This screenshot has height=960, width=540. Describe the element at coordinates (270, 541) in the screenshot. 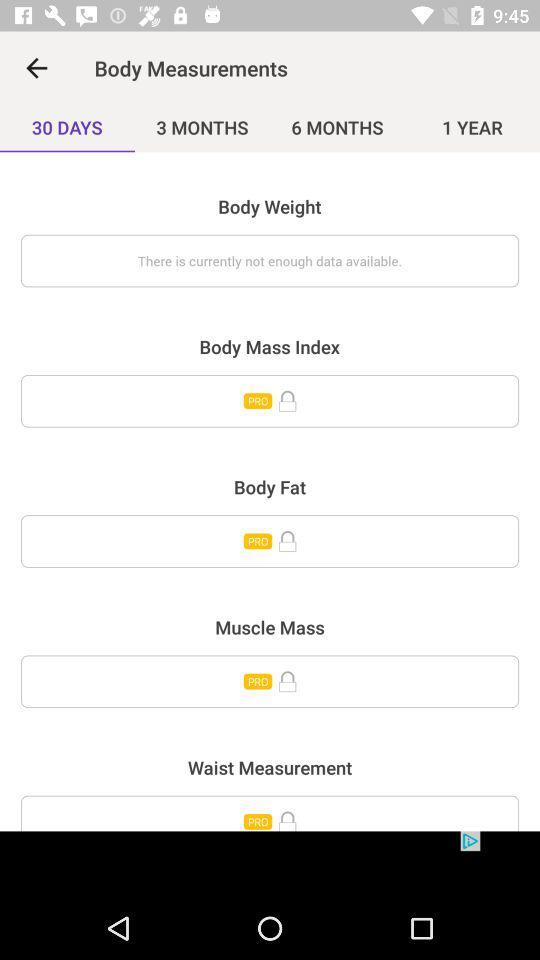

I see `lock button` at that location.